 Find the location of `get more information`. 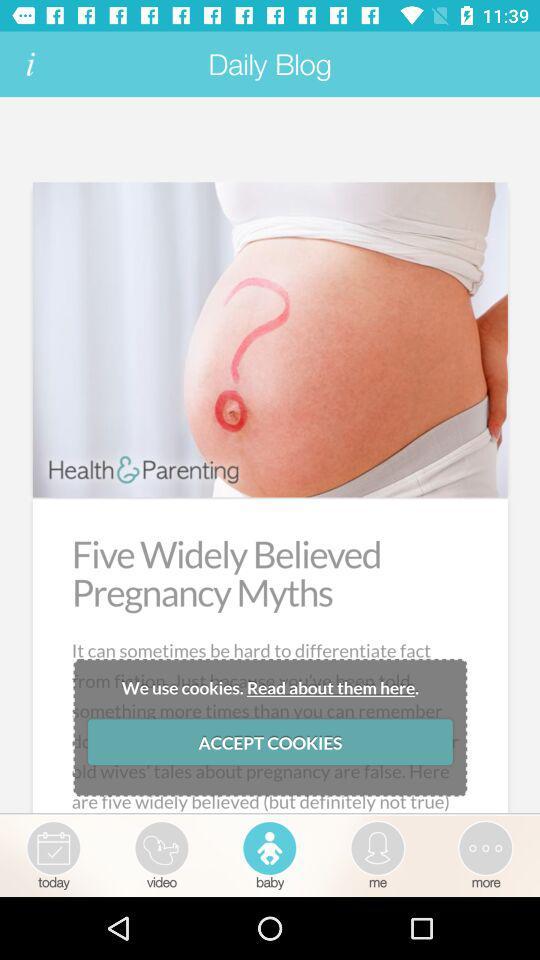

get more information is located at coordinates (29, 64).